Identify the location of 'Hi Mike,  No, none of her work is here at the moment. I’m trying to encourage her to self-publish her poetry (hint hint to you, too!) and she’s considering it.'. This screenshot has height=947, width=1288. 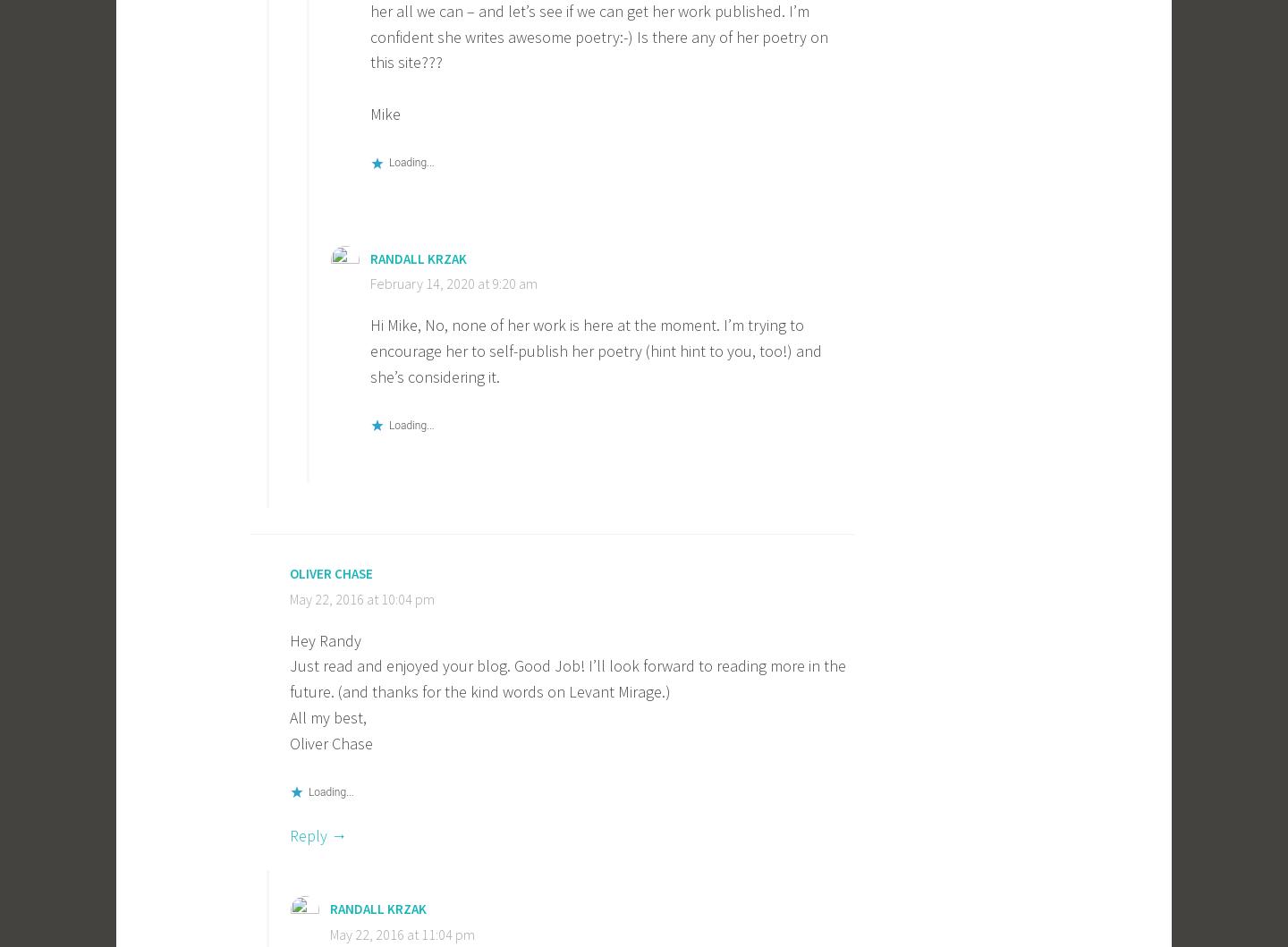
(596, 350).